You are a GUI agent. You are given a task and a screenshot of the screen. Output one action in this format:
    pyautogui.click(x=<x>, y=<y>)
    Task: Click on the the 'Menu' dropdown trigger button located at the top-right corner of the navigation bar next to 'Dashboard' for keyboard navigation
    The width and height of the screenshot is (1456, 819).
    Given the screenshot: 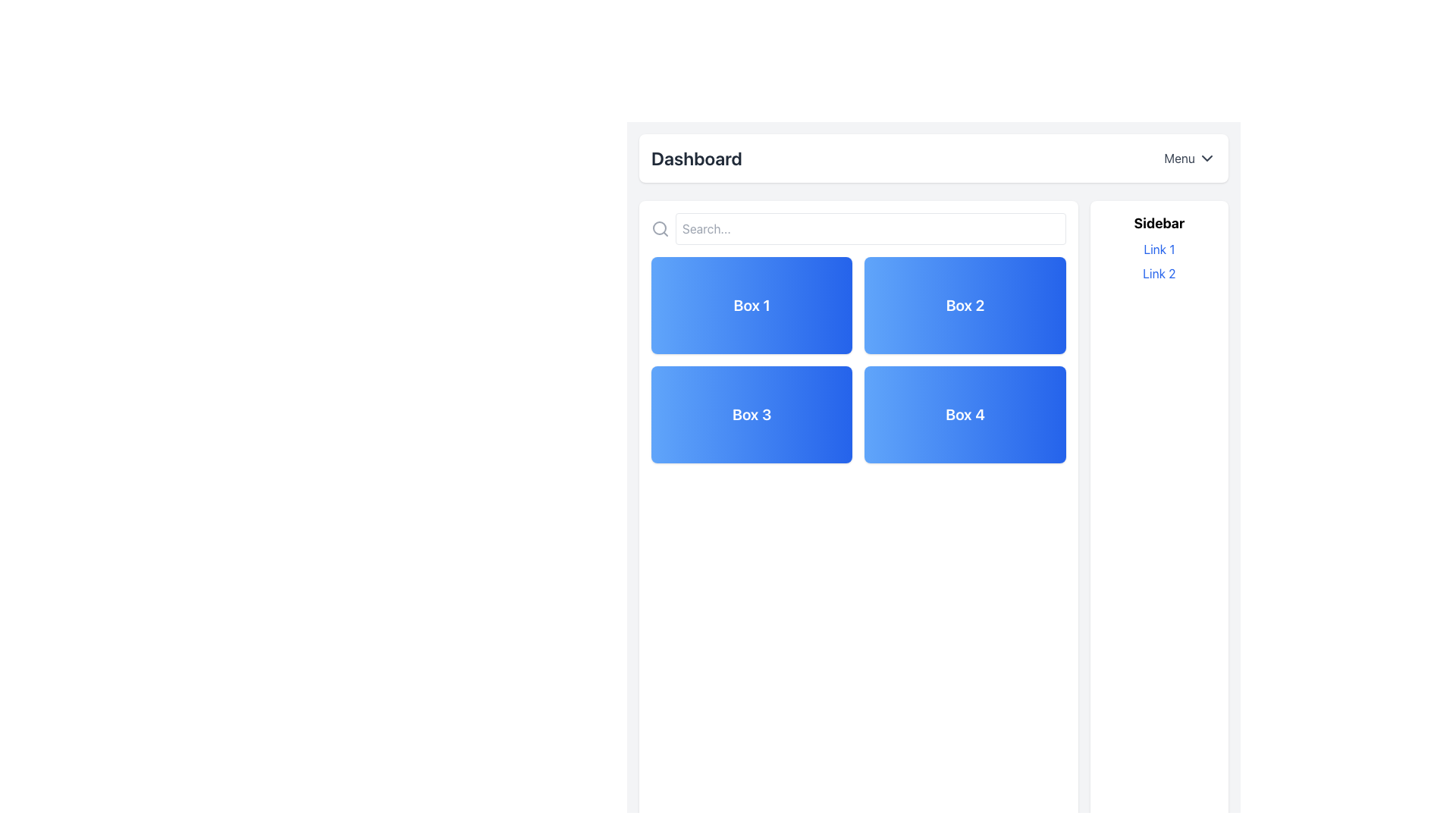 What is the action you would take?
    pyautogui.click(x=1189, y=158)
    